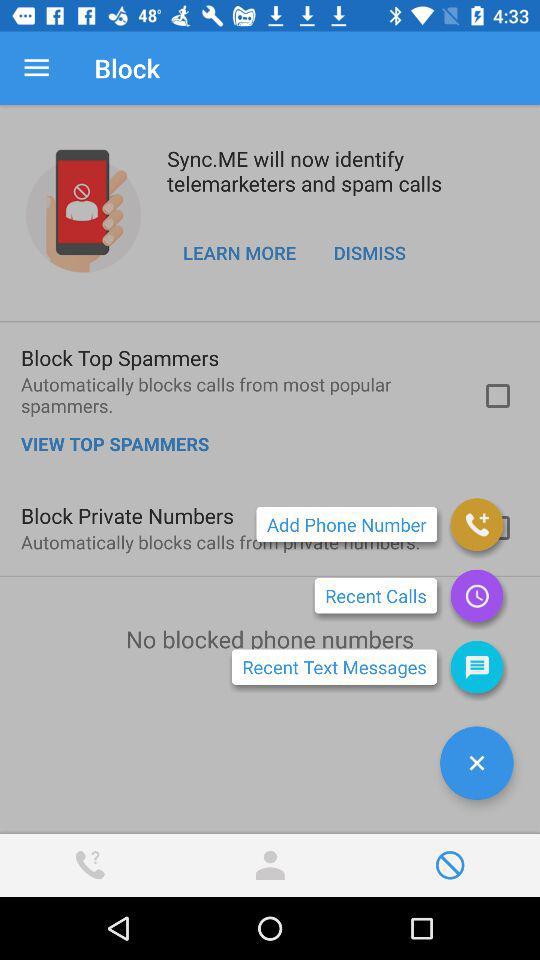  What do you see at coordinates (475, 523) in the screenshot?
I see `the call icon` at bounding box center [475, 523].